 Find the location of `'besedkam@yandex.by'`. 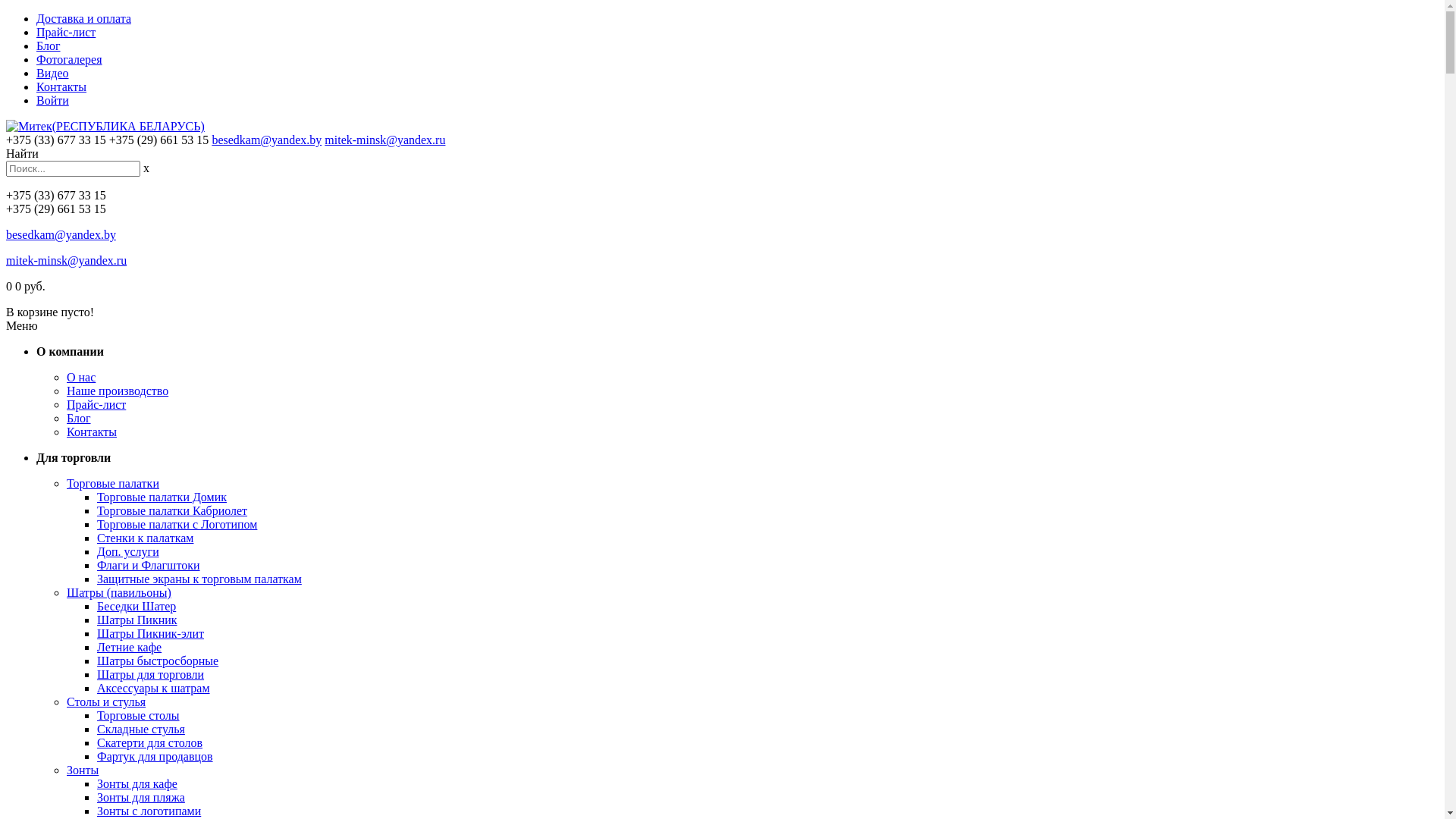

'besedkam@yandex.by' is located at coordinates (210, 140).